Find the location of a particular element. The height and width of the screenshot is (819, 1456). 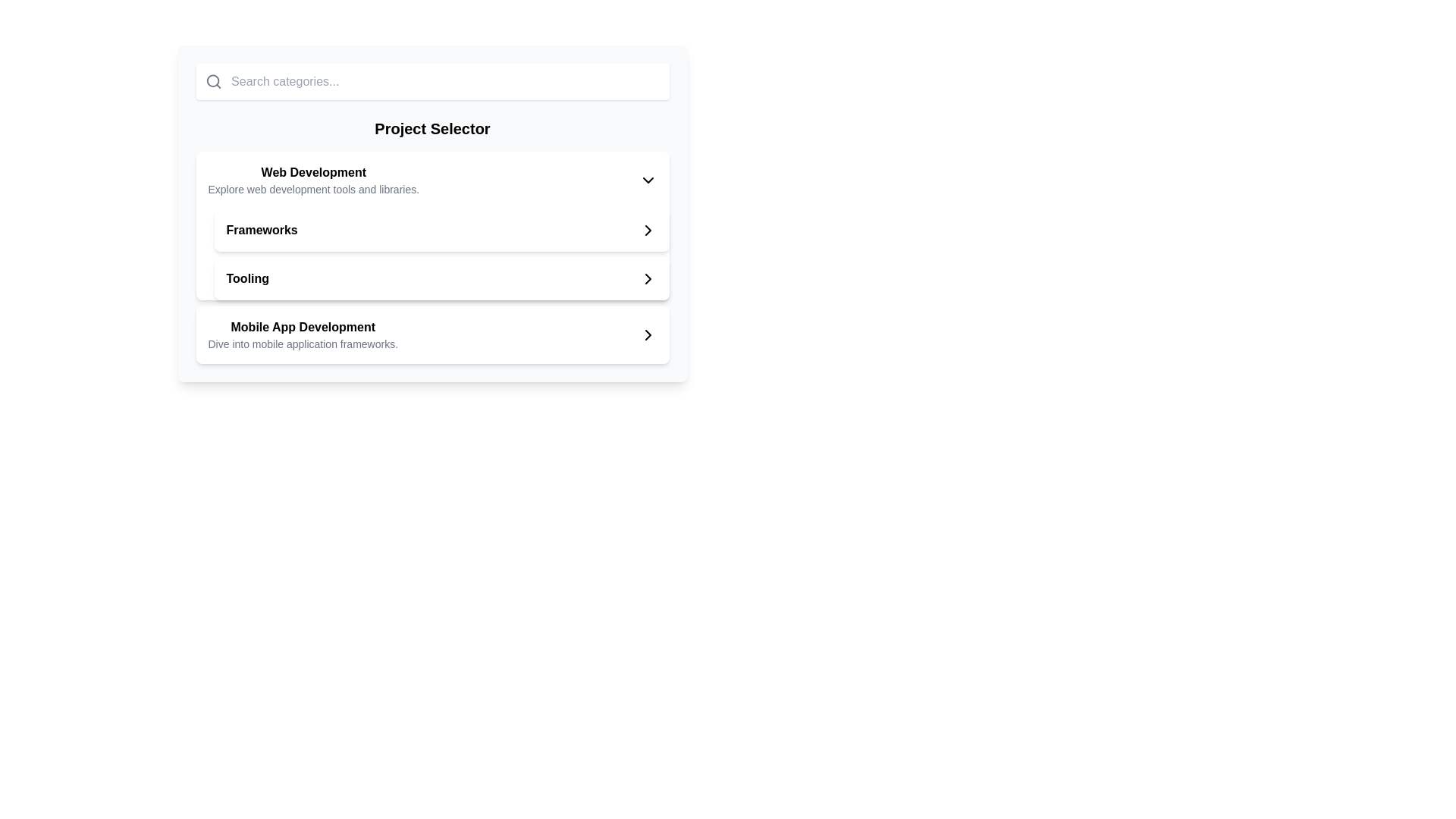

the informational text block titled 'Web Development' that contains the description 'Explore web development tools and libraries.' positioned centrally in the project selector panel is located at coordinates (312, 180).